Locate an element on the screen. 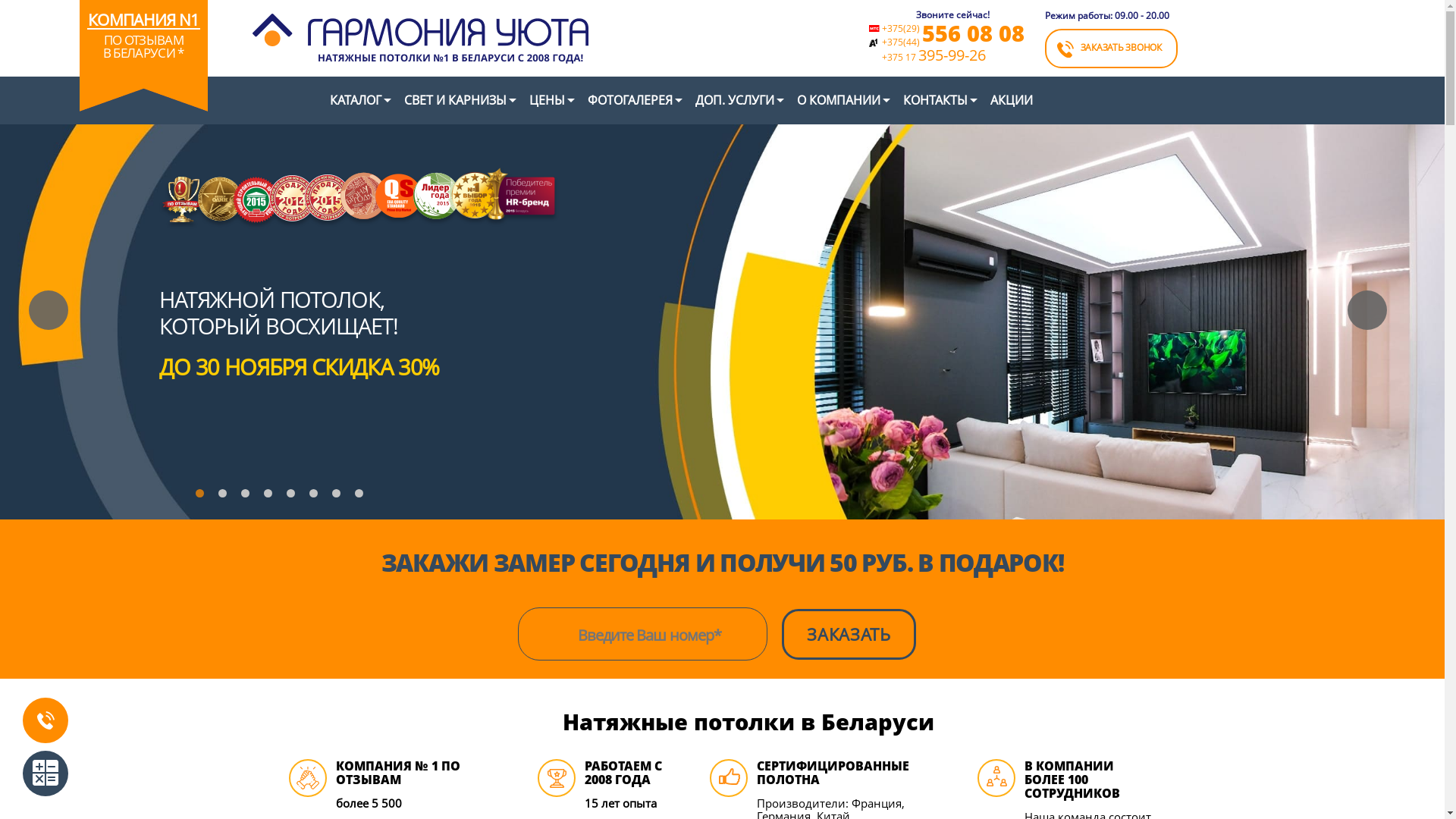 The width and height of the screenshot is (1456, 819). 'Previous' is located at coordinates (29, 309).